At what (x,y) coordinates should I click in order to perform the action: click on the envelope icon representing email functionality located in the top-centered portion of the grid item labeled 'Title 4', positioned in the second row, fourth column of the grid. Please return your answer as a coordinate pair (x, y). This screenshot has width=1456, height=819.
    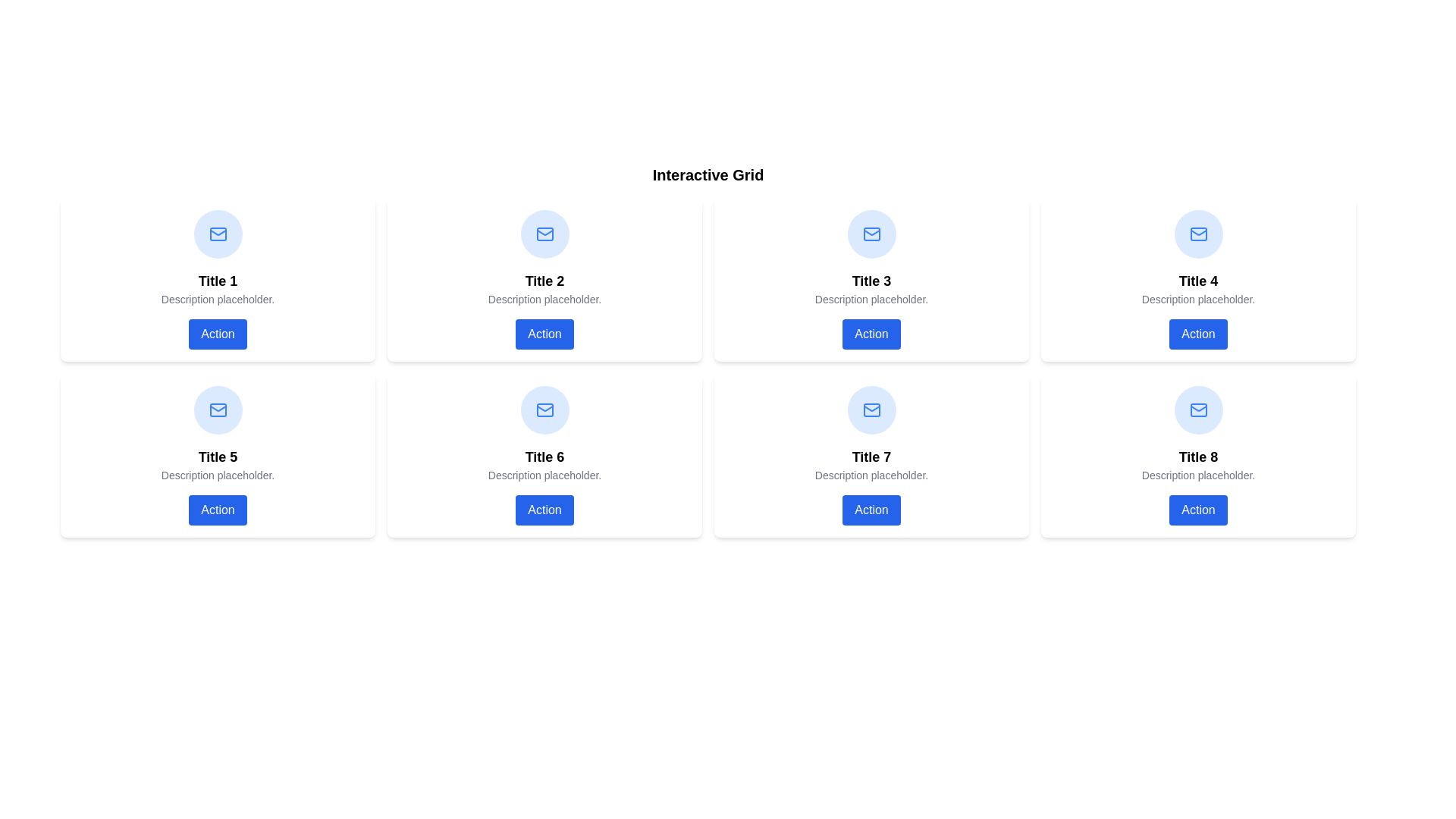
    Looking at the image, I should click on (1197, 234).